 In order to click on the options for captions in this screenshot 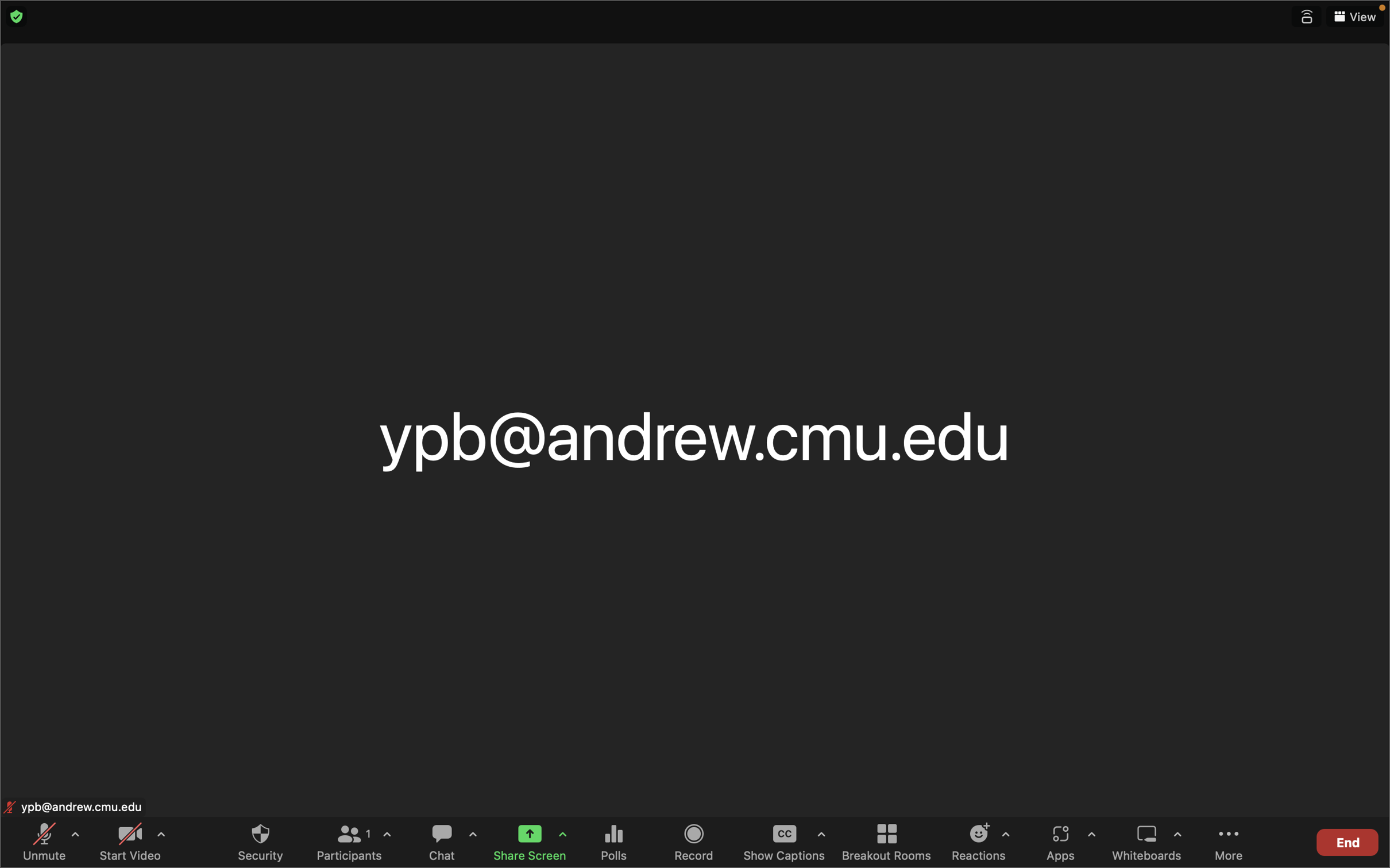, I will do `click(821, 836)`.